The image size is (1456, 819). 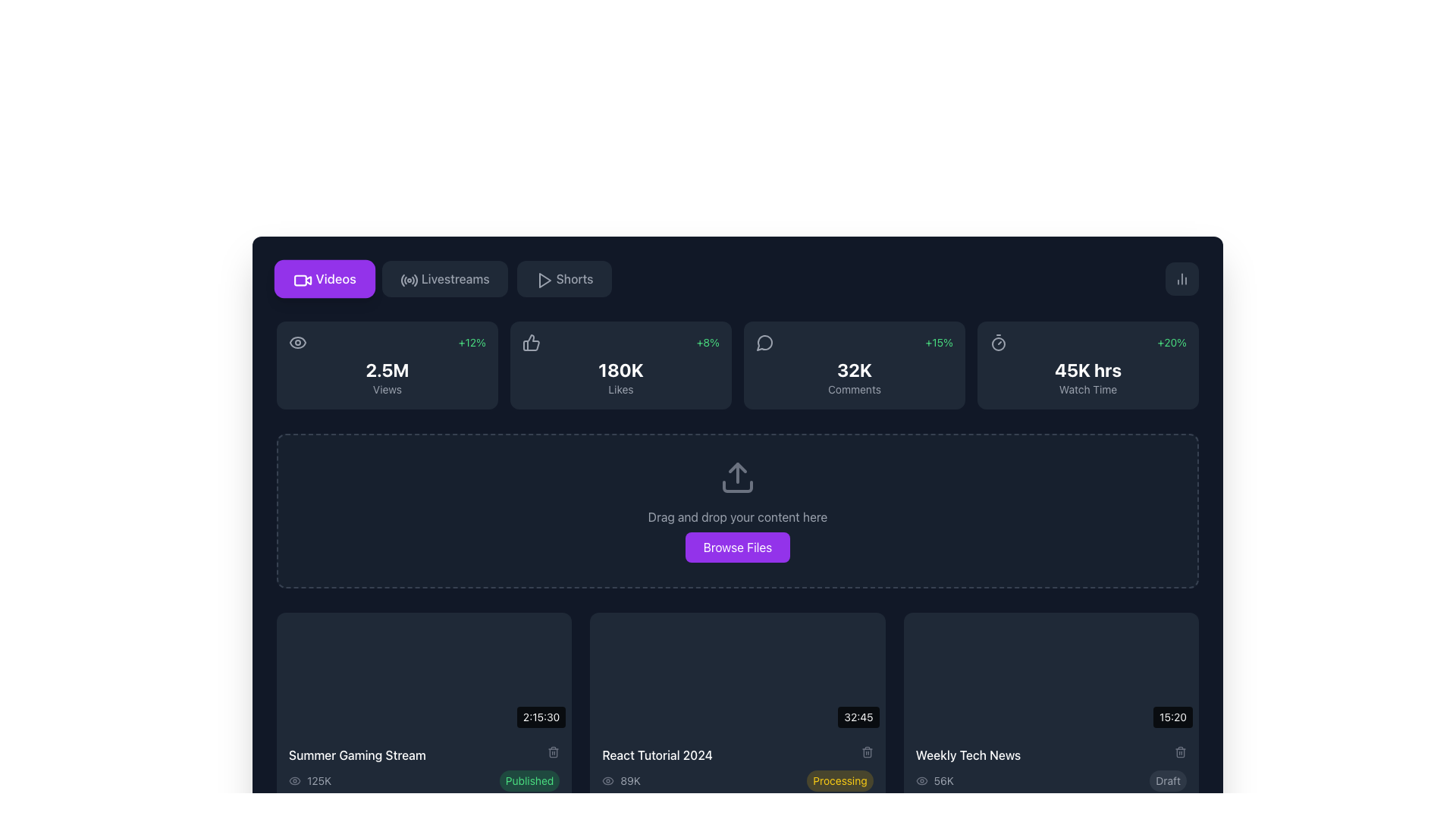 What do you see at coordinates (356, 755) in the screenshot?
I see `the text label or heading that identifies the associated content in the leftmost card's title area, located in the lower third of the interface` at bounding box center [356, 755].